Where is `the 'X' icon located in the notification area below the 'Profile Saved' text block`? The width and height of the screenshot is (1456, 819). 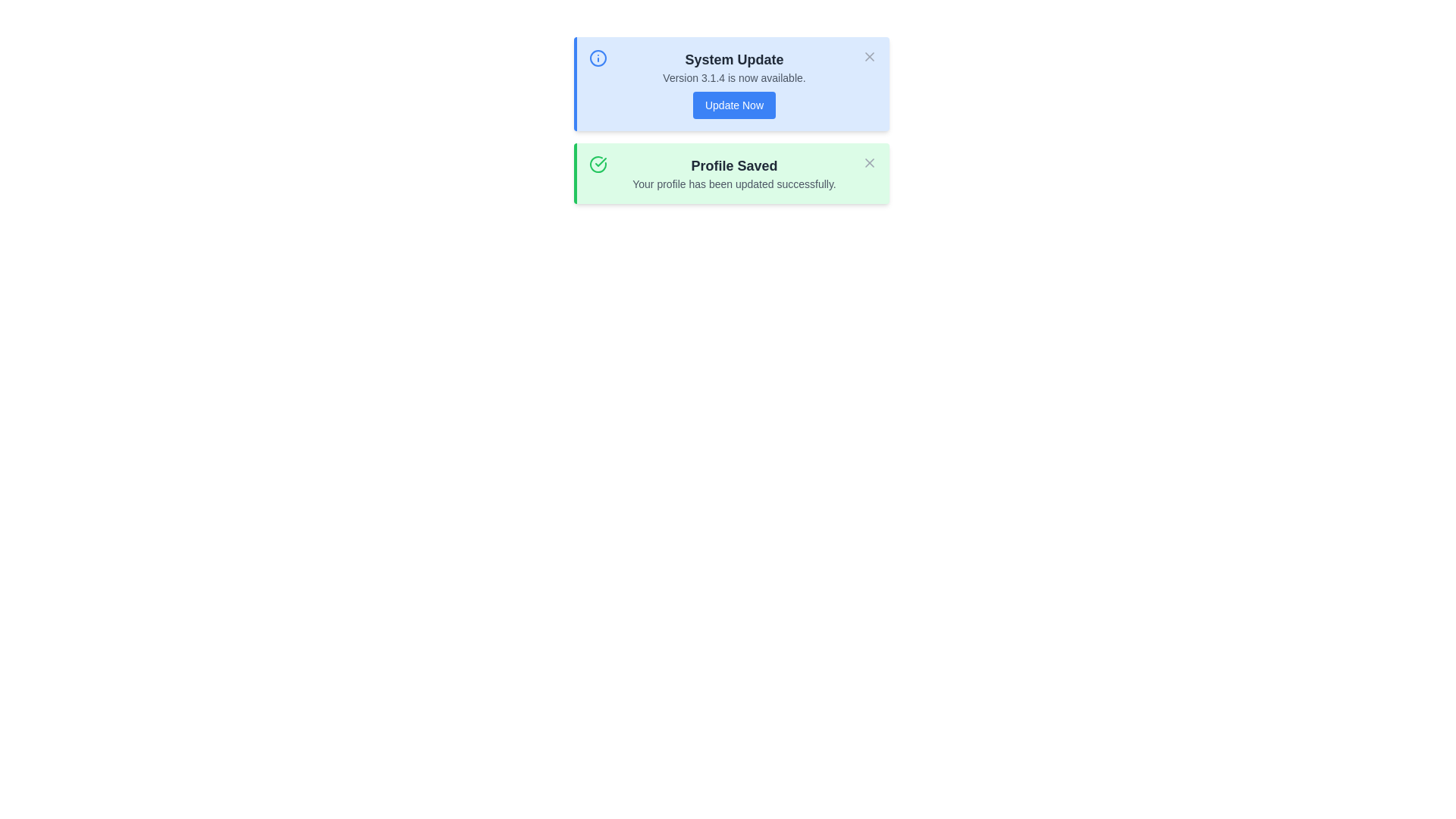 the 'X' icon located in the notification area below the 'Profile Saved' text block is located at coordinates (869, 163).